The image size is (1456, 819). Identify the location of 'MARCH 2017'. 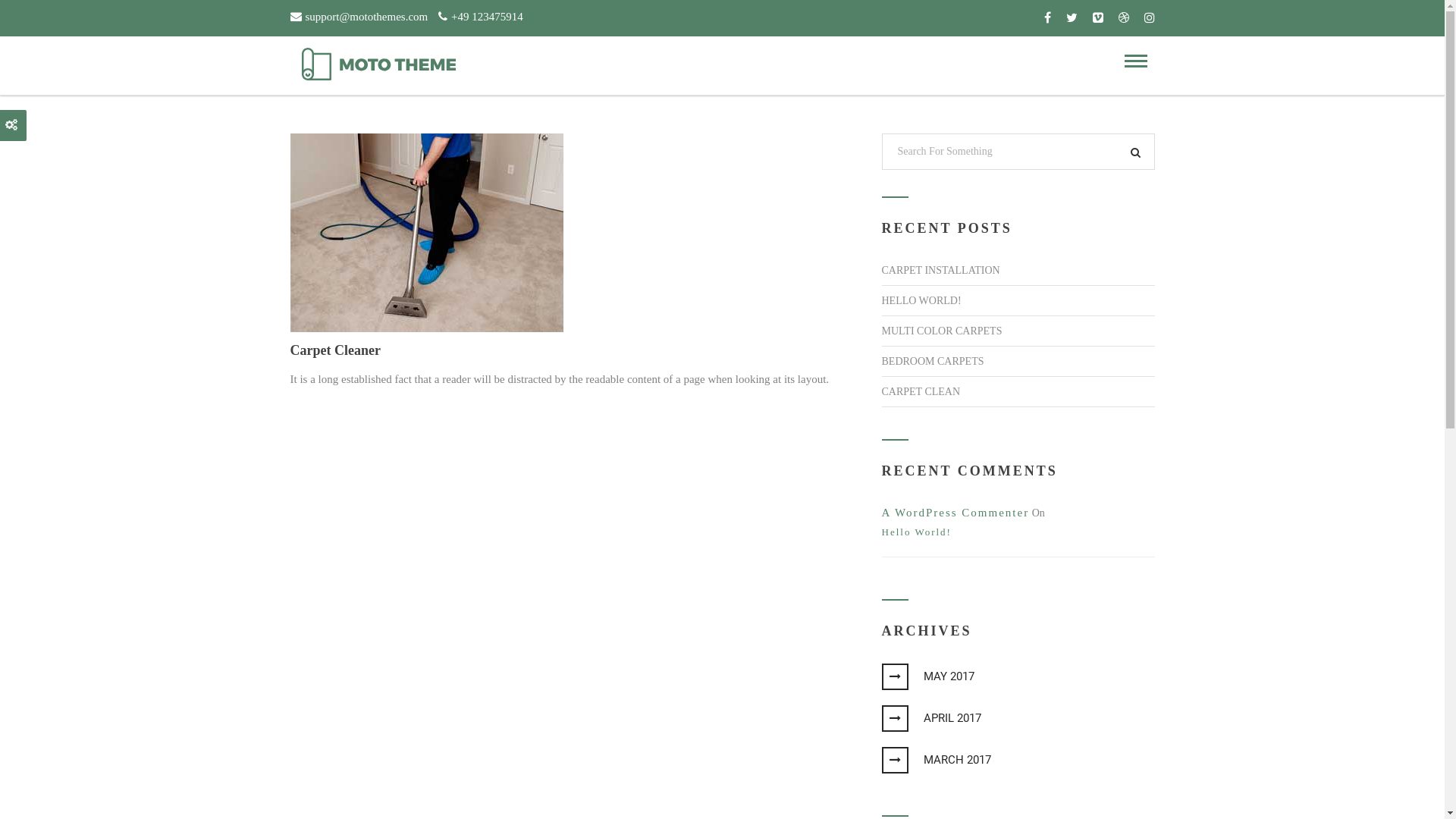
(896, 760).